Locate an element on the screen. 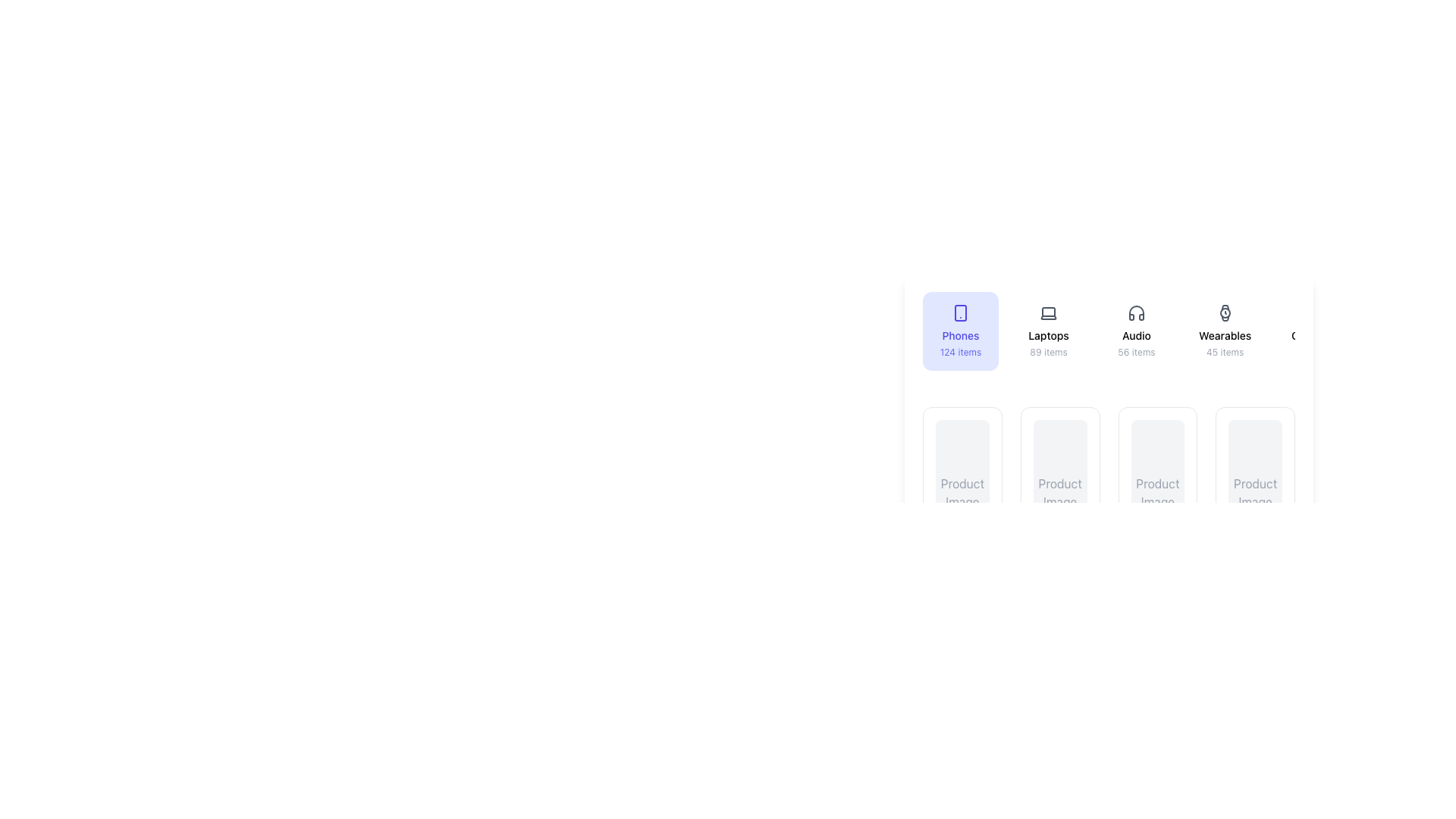 This screenshot has height=819, width=1456. the text label displaying '45 items' located beneath the 'Wearables' label in the top row of categories is located at coordinates (1225, 353).